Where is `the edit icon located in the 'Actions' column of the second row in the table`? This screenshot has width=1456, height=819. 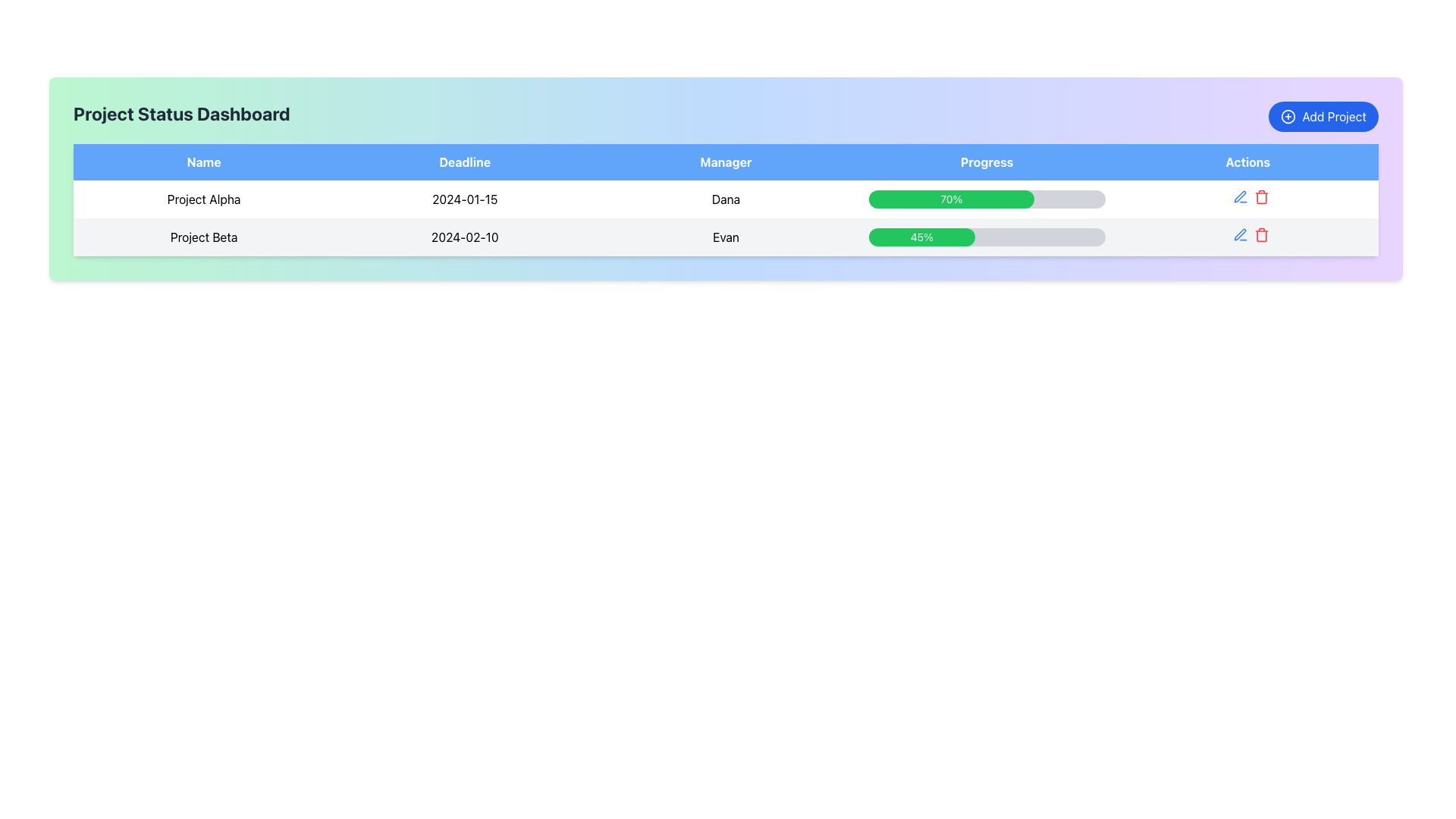 the edit icon located in the 'Actions' column of the second row in the table is located at coordinates (1247, 237).